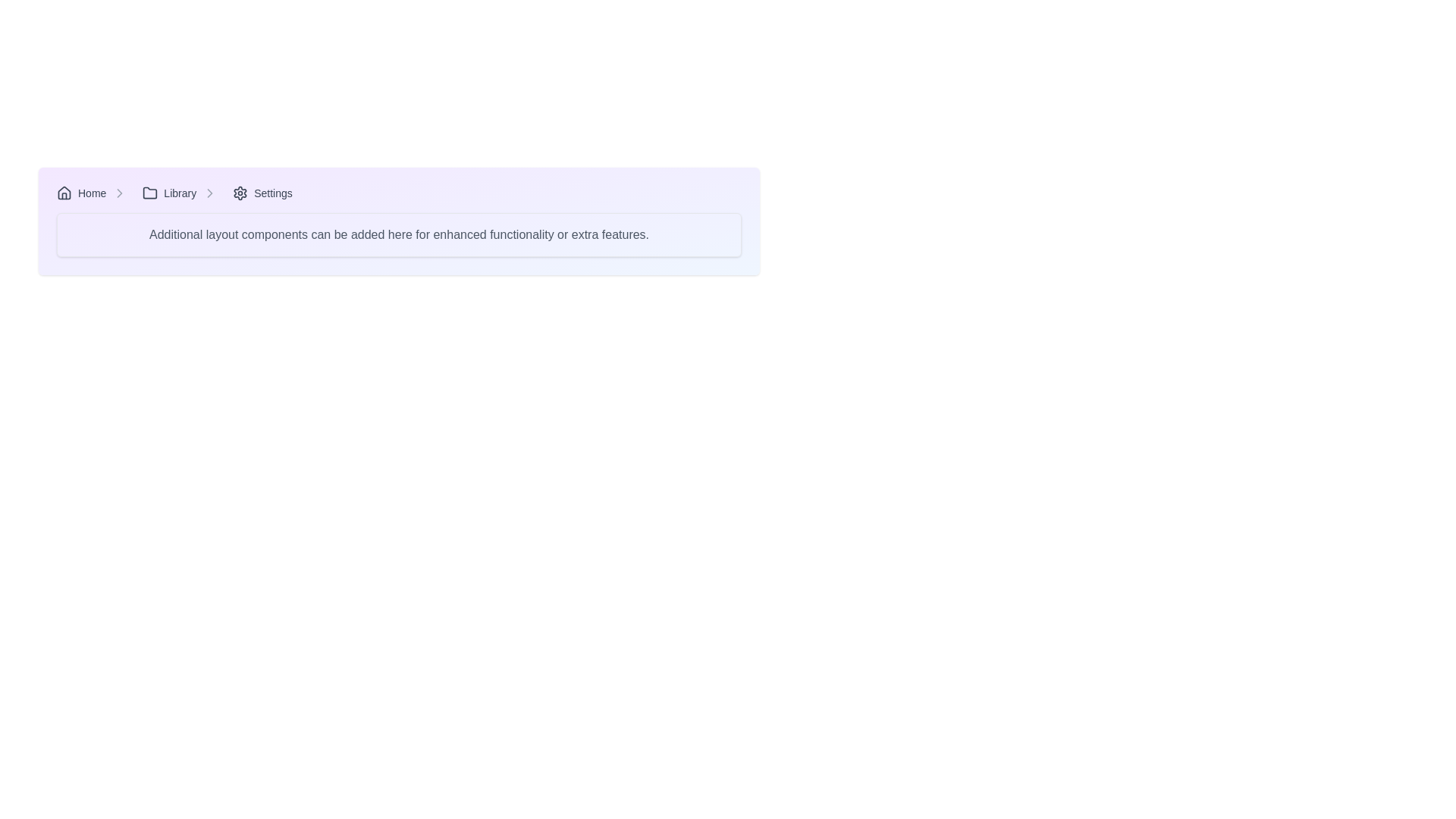 The height and width of the screenshot is (819, 1456). I want to click on the decorative SVG graphical element representing the roof of the house icon in the navigation bar, located to the far-left before the 'Home' text, so click(64, 192).